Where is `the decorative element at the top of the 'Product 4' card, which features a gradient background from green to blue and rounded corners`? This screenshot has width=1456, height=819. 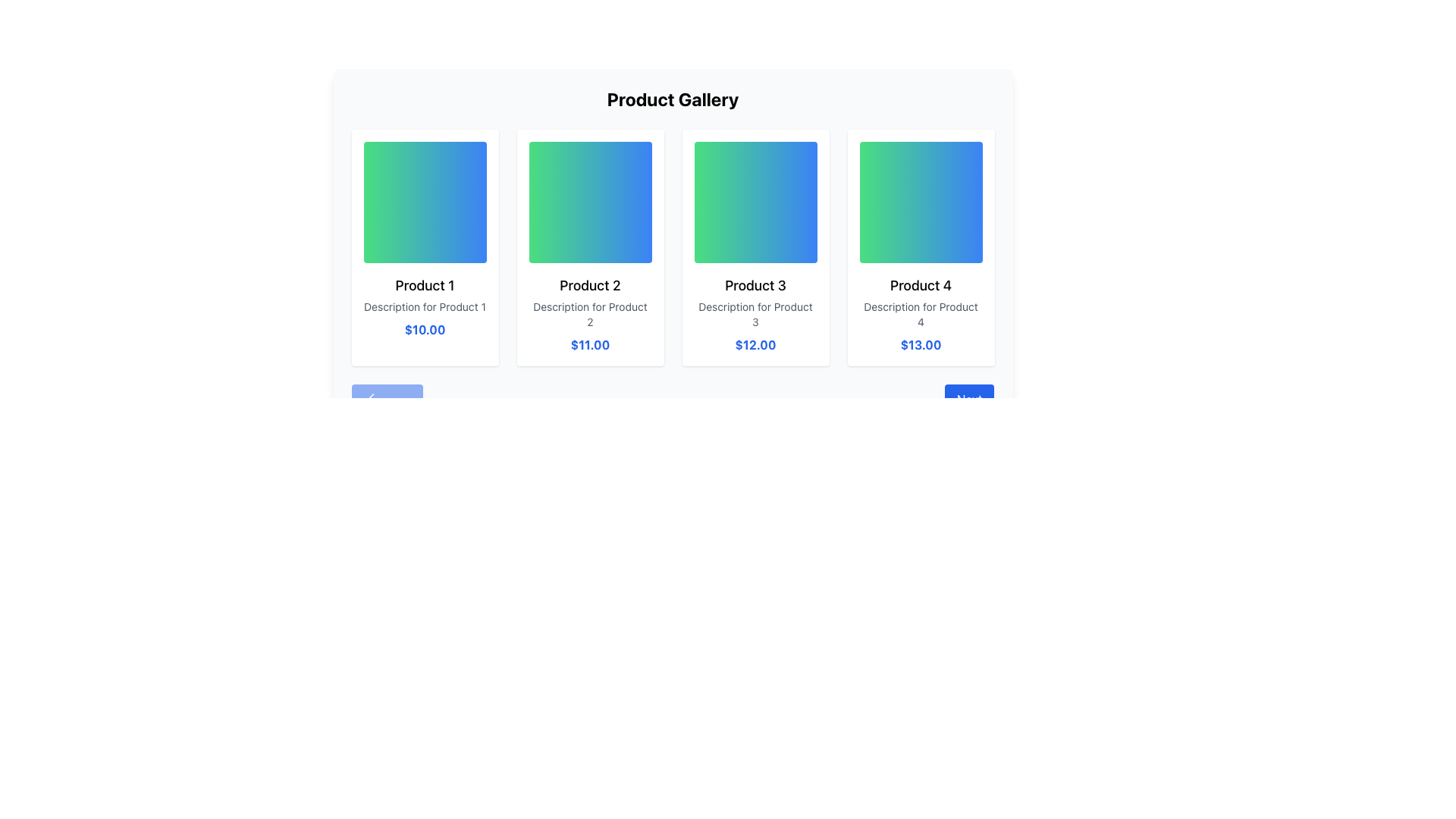 the decorative element at the top of the 'Product 4' card, which features a gradient background from green to blue and rounded corners is located at coordinates (920, 201).